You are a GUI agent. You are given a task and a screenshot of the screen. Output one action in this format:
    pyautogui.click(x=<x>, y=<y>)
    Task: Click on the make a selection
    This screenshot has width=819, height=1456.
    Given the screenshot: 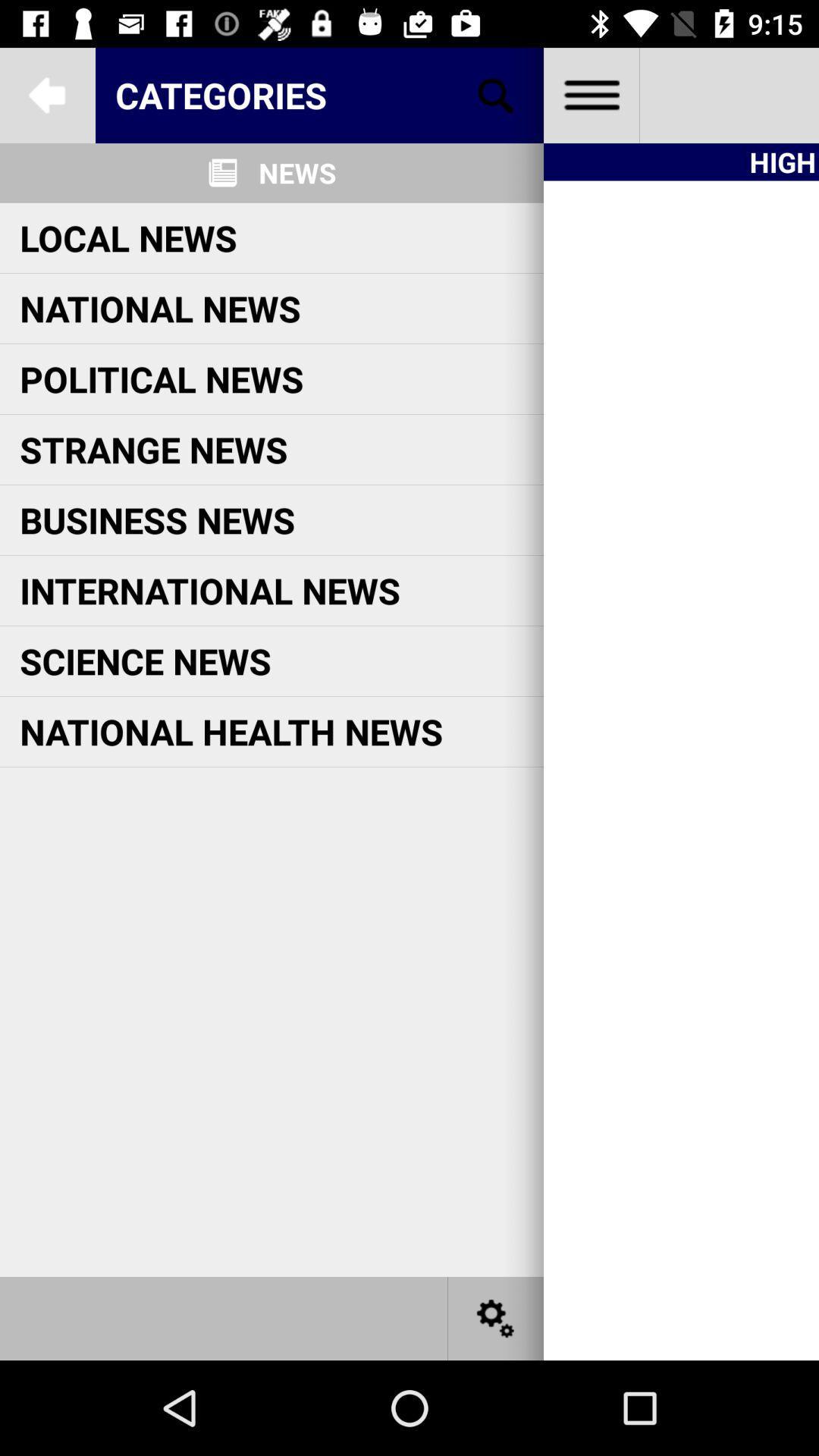 What is the action you would take?
    pyautogui.click(x=496, y=94)
    